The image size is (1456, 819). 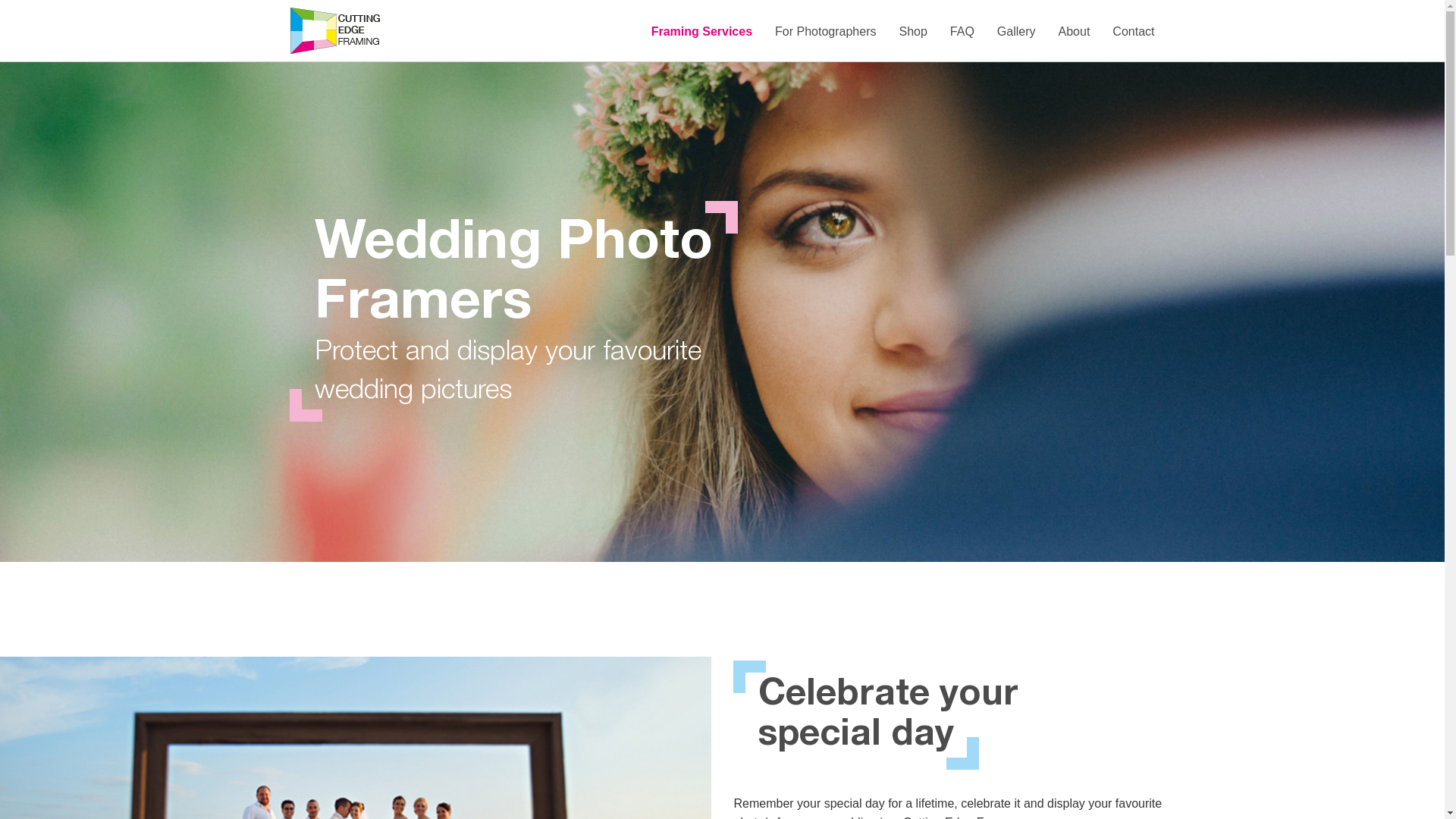 I want to click on 'Contact', so click(x=1133, y=32).